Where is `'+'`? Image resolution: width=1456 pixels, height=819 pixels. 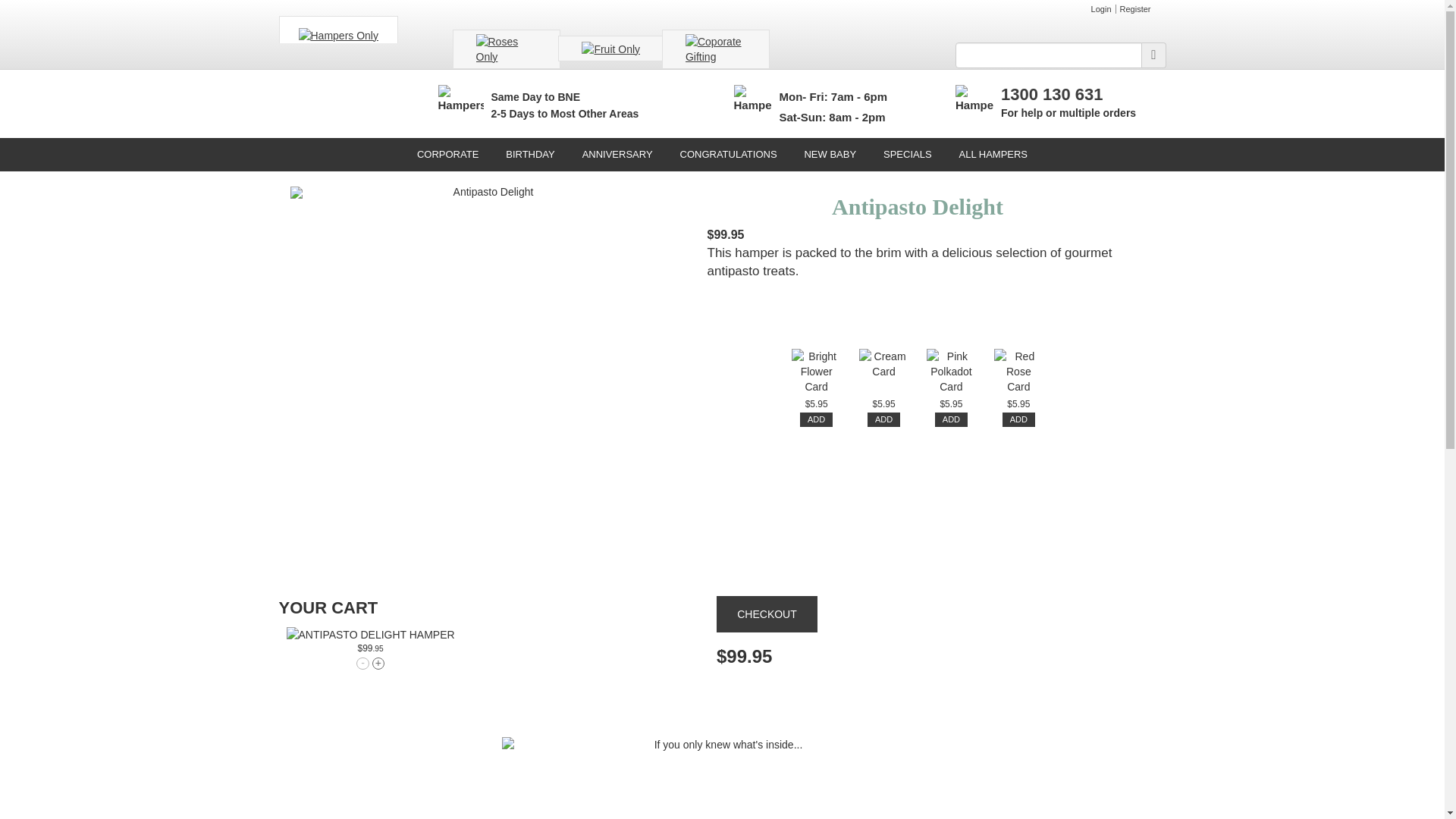 '+' is located at coordinates (378, 663).